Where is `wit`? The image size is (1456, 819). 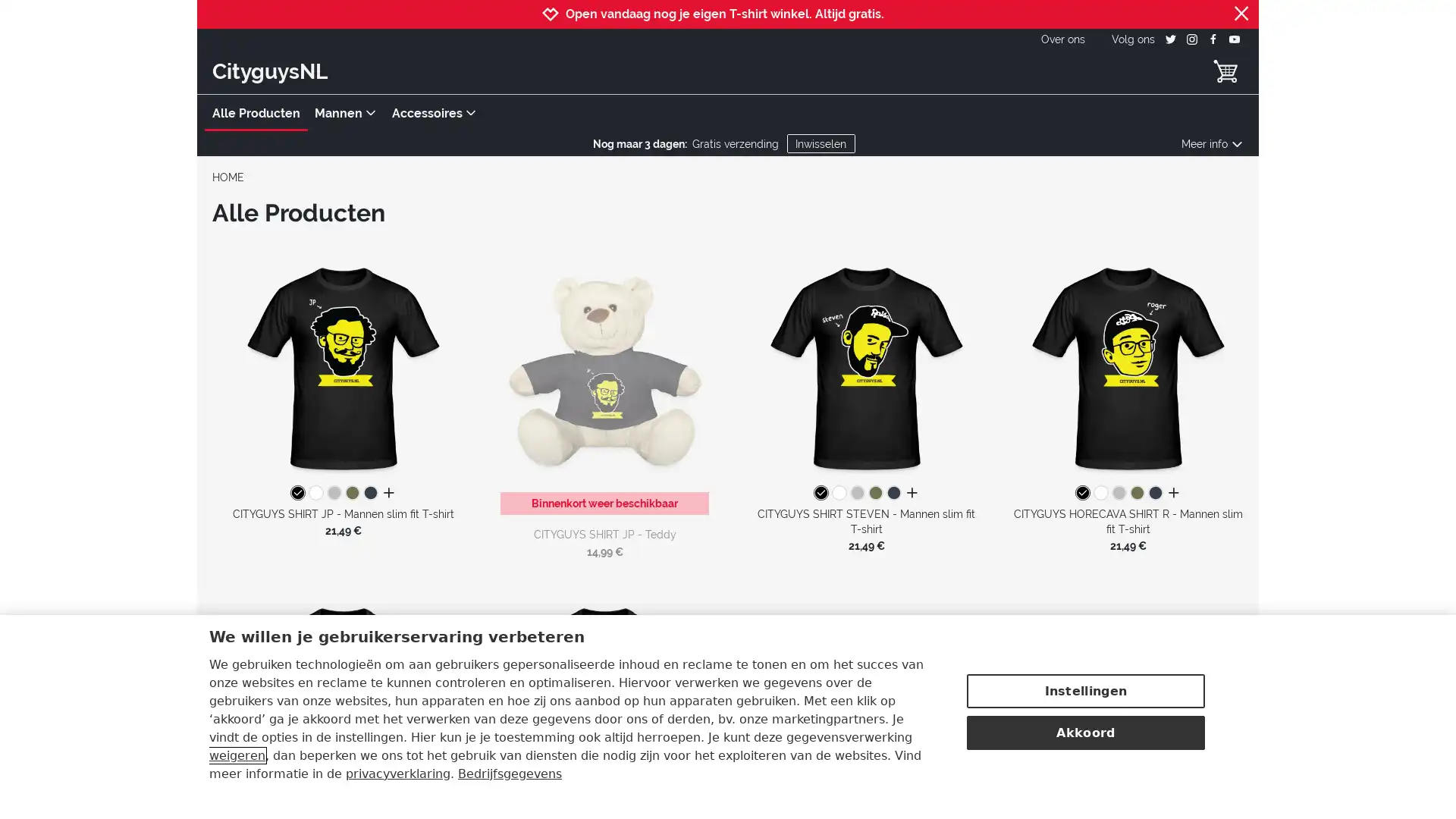 wit is located at coordinates (1100, 494).